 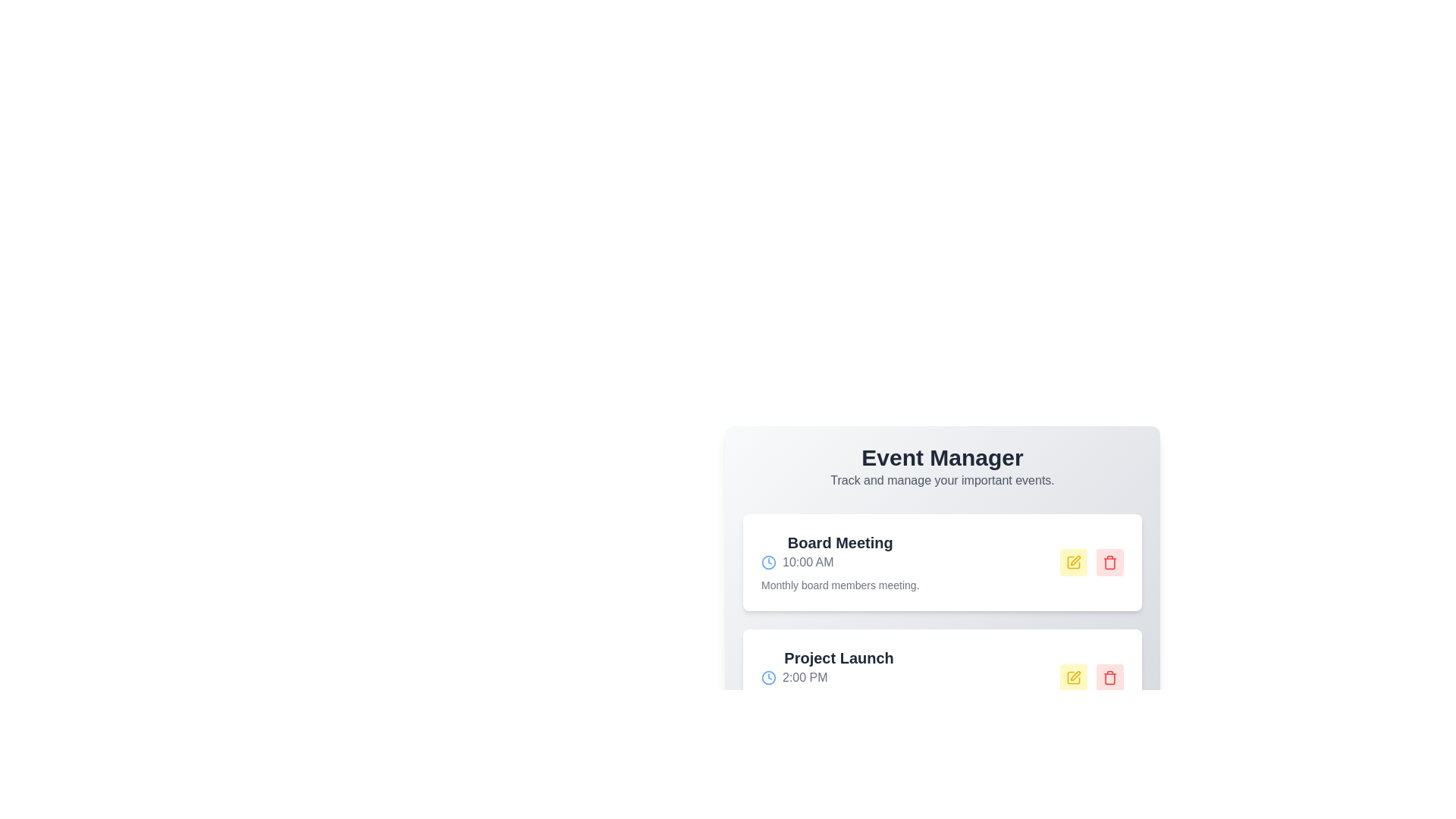 What do you see at coordinates (1110, 677) in the screenshot?
I see `delete button for the event titled 'Project Launch'` at bounding box center [1110, 677].